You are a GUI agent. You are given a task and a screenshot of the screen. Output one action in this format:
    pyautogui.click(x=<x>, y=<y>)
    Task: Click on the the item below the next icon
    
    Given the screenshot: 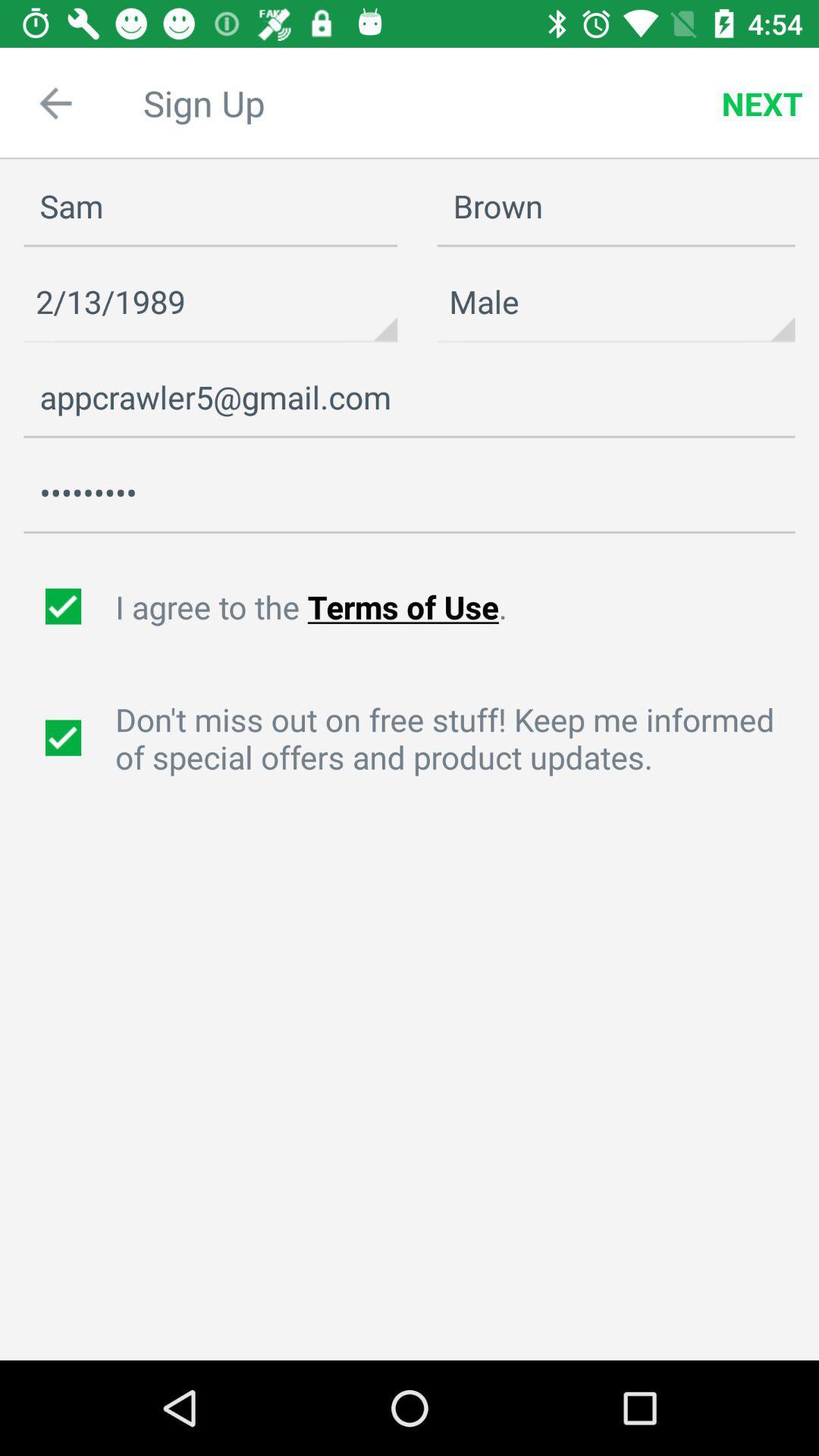 What is the action you would take?
    pyautogui.click(x=616, y=206)
    